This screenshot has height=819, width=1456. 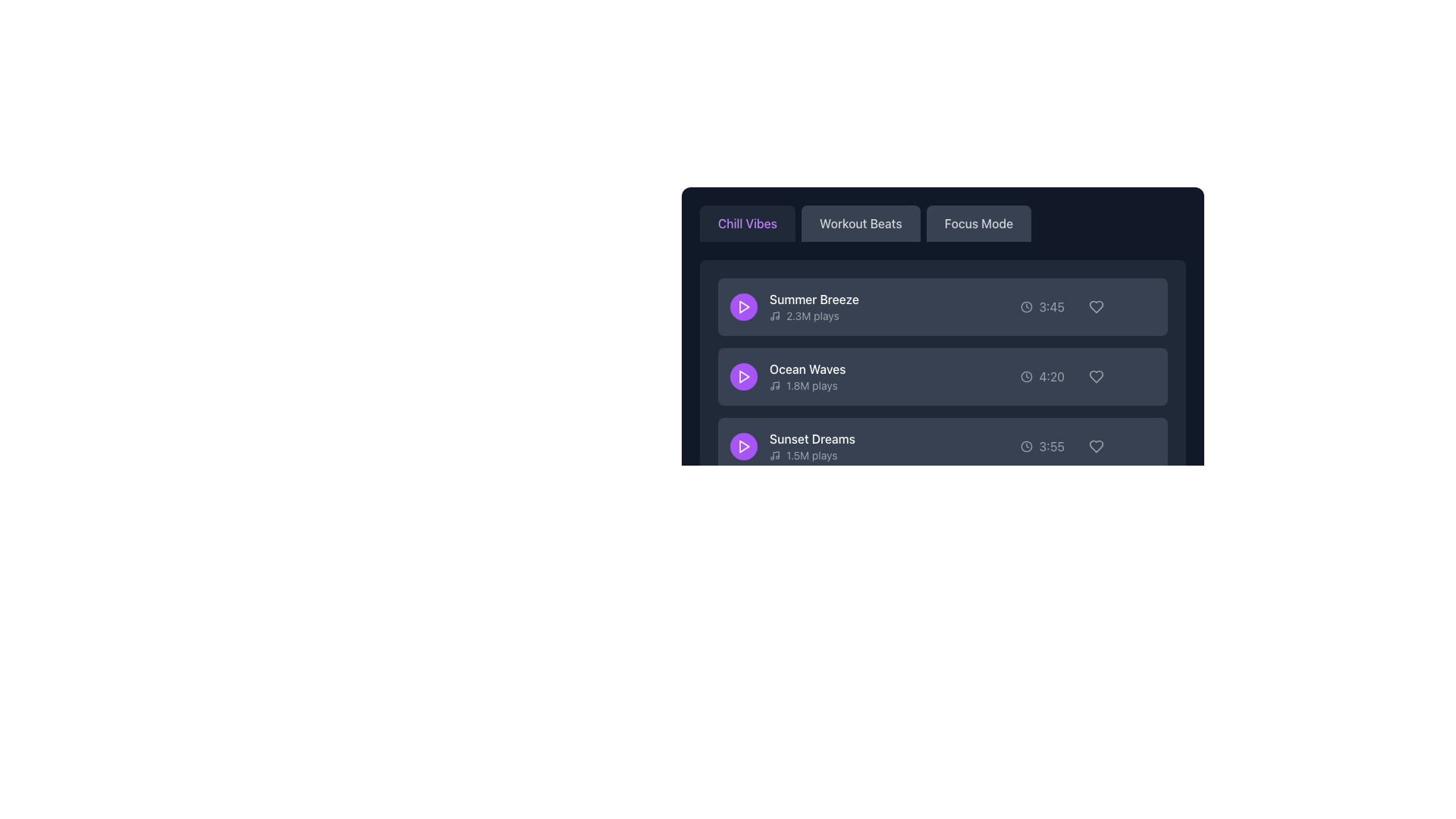 I want to click on the 'Focus Mode' button, which is the third button in a row of three buttons, so click(x=978, y=223).